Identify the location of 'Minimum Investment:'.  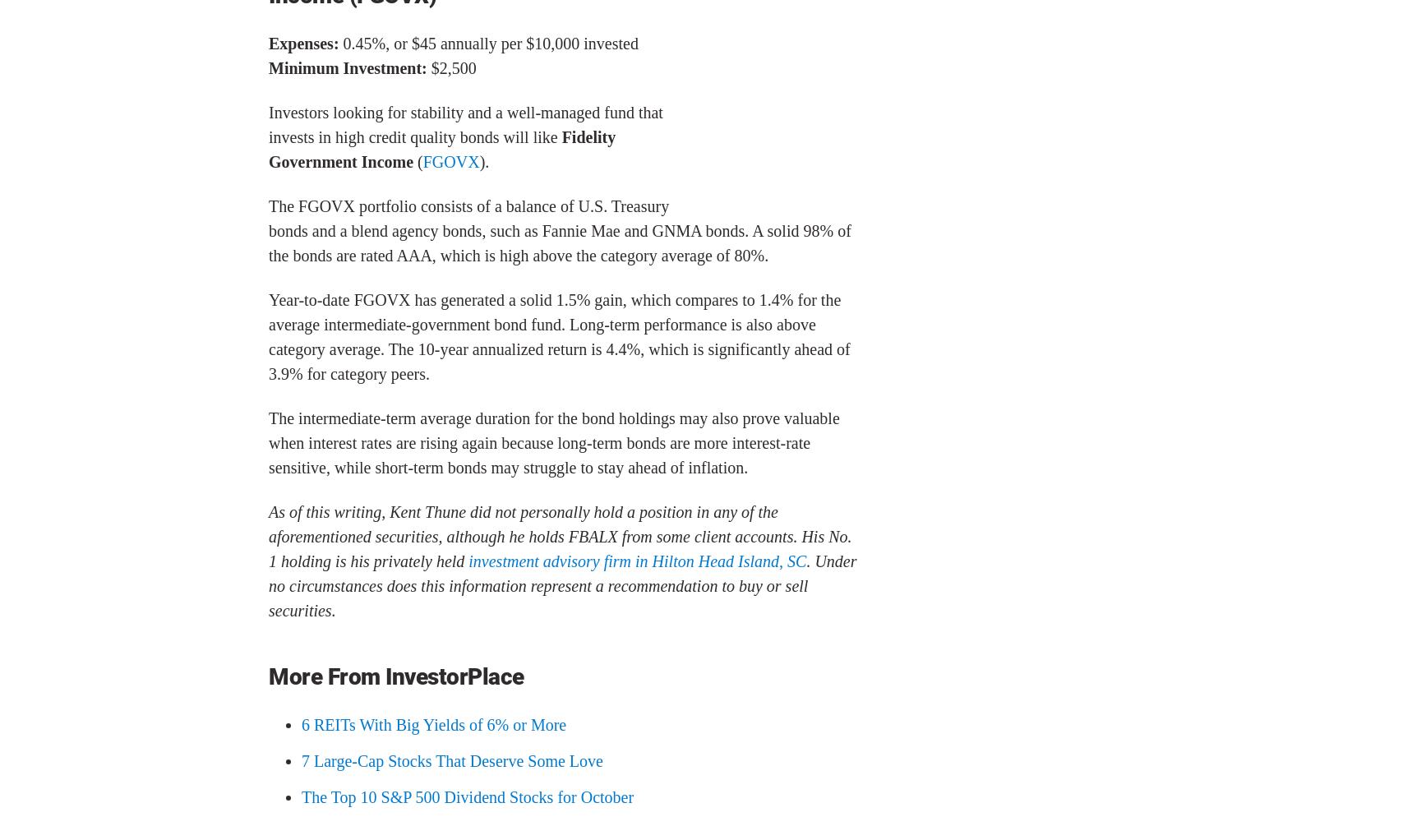
(348, 66).